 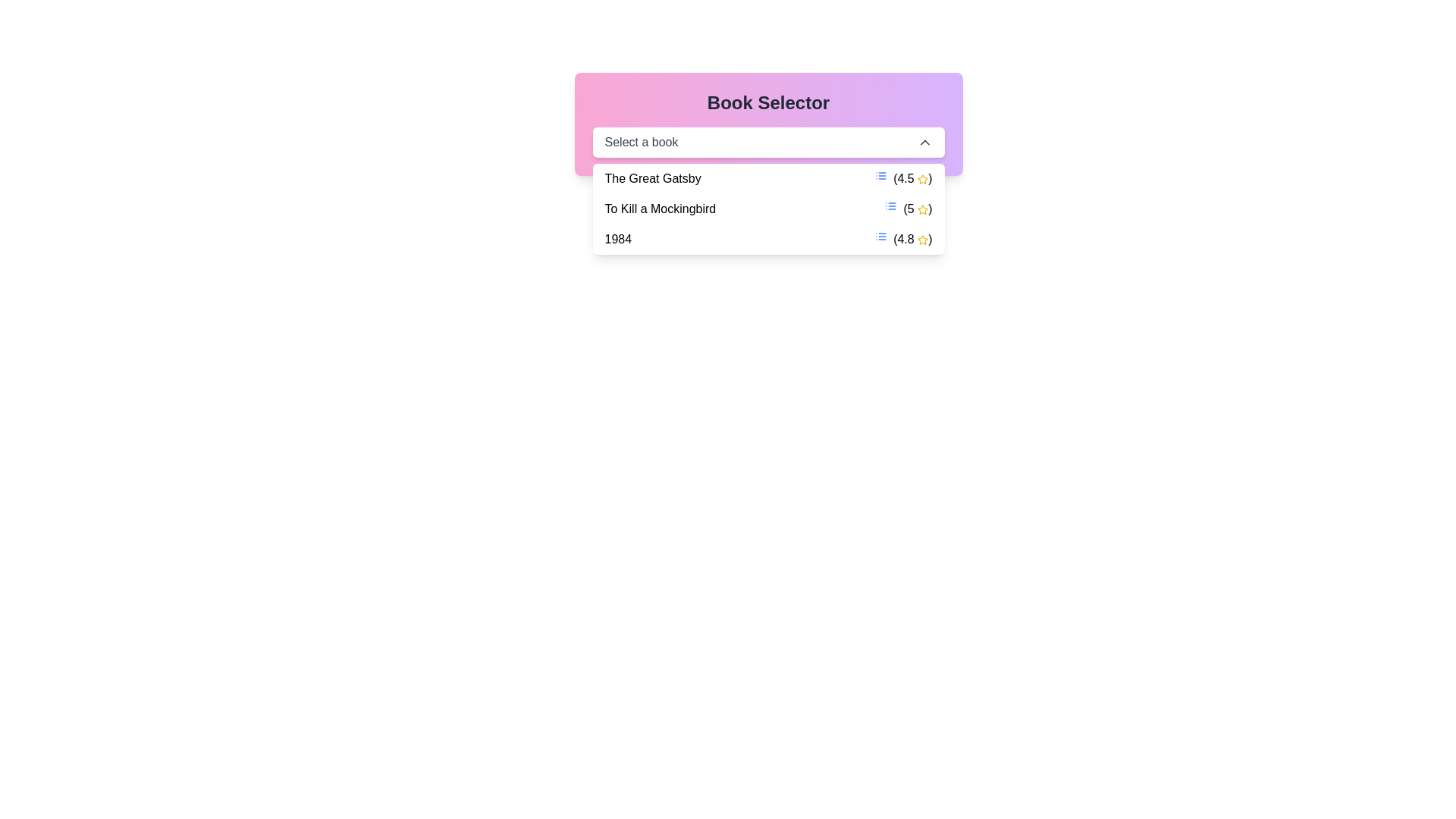 What do you see at coordinates (618, 239) in the screenshot?
I see `the label displaying the title '1984' in the dropdown list under 'Book Selector', which is in the third row and positioned to the left of the rating information '(4.8)'` at bounding box center [618, 239].